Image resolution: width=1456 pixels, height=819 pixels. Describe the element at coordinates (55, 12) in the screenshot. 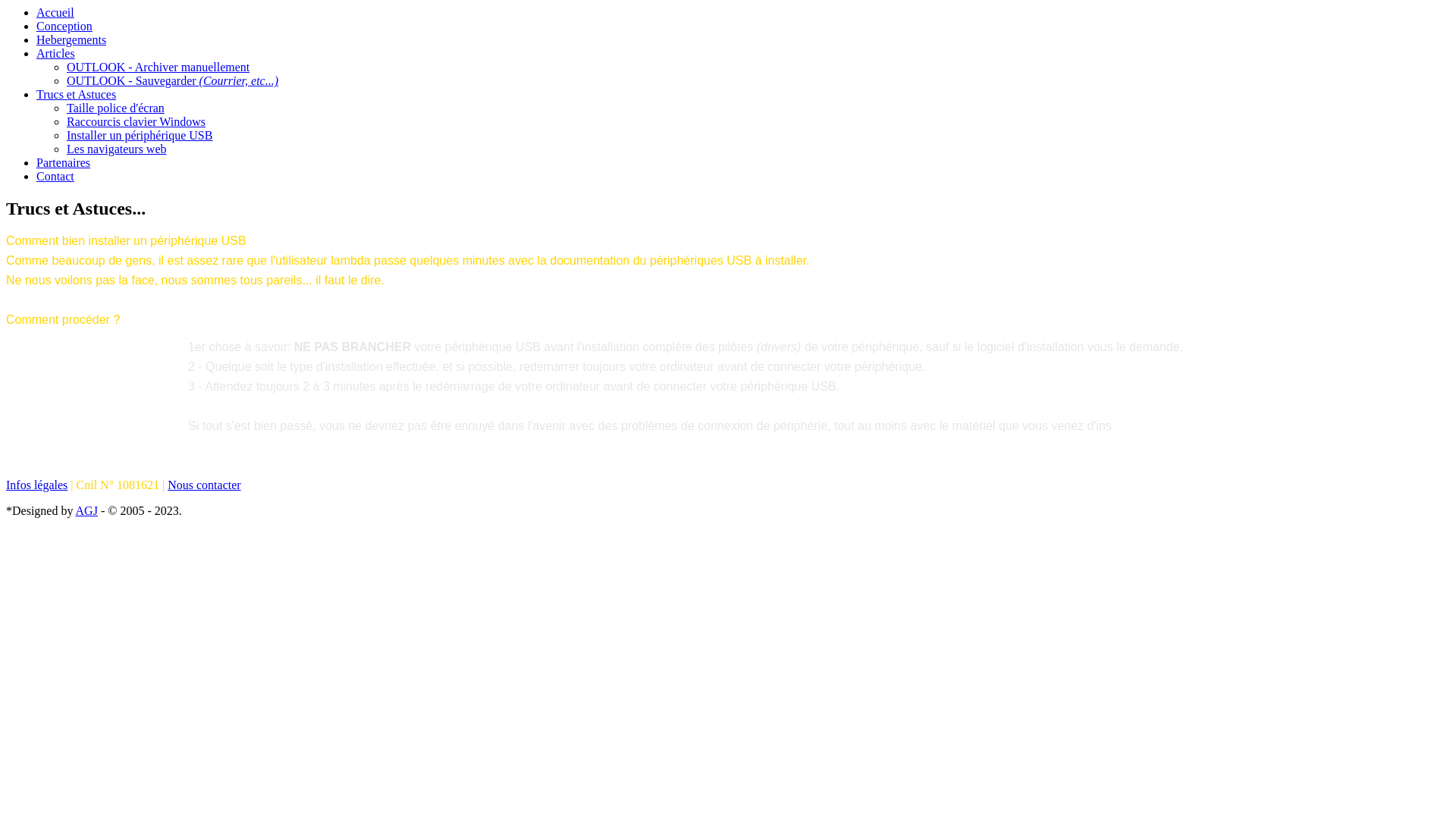

I see `'Accueil'` at that location.